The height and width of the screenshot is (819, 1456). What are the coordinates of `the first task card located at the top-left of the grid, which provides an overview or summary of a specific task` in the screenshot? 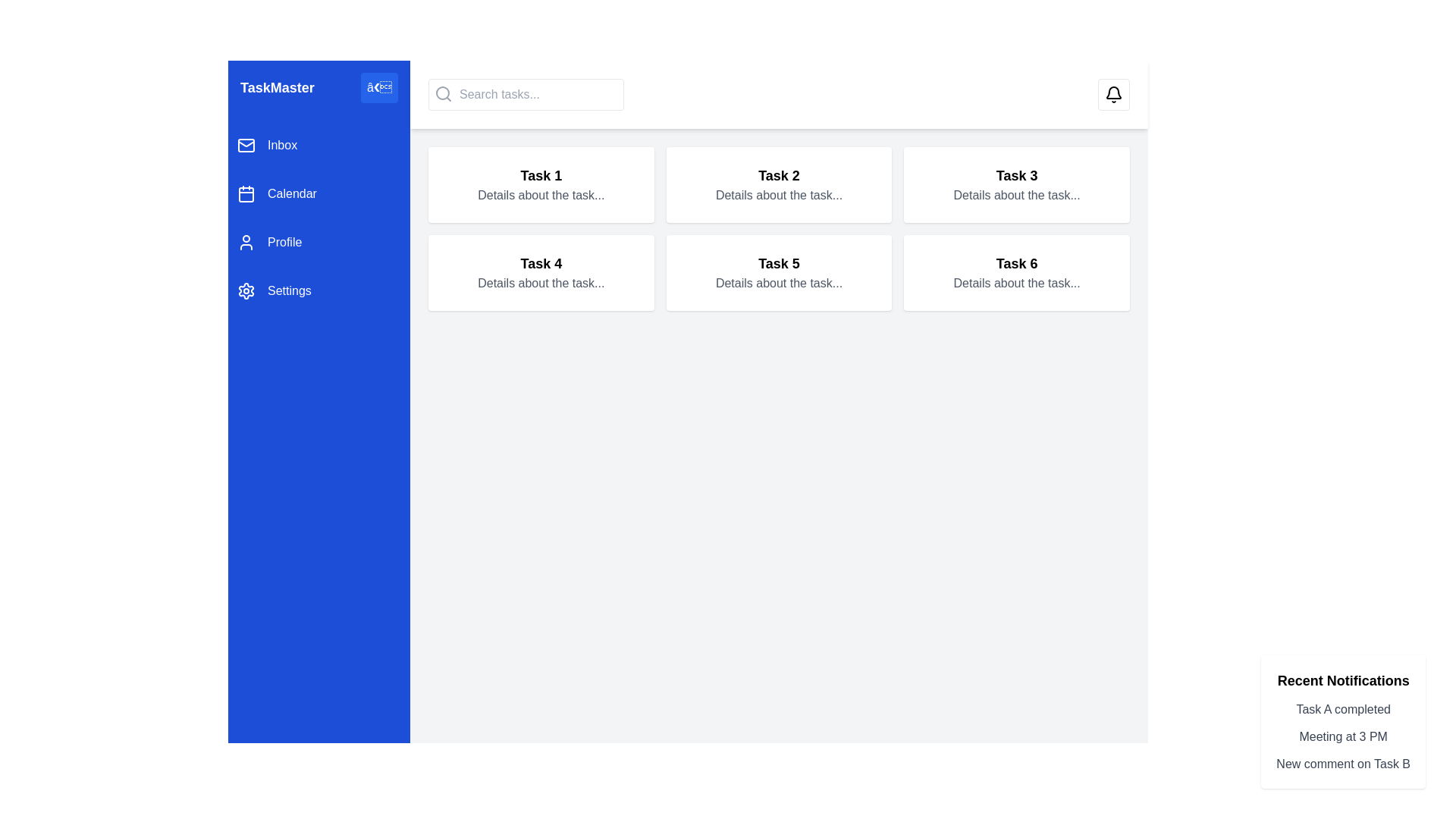 It's located at (541, 184).